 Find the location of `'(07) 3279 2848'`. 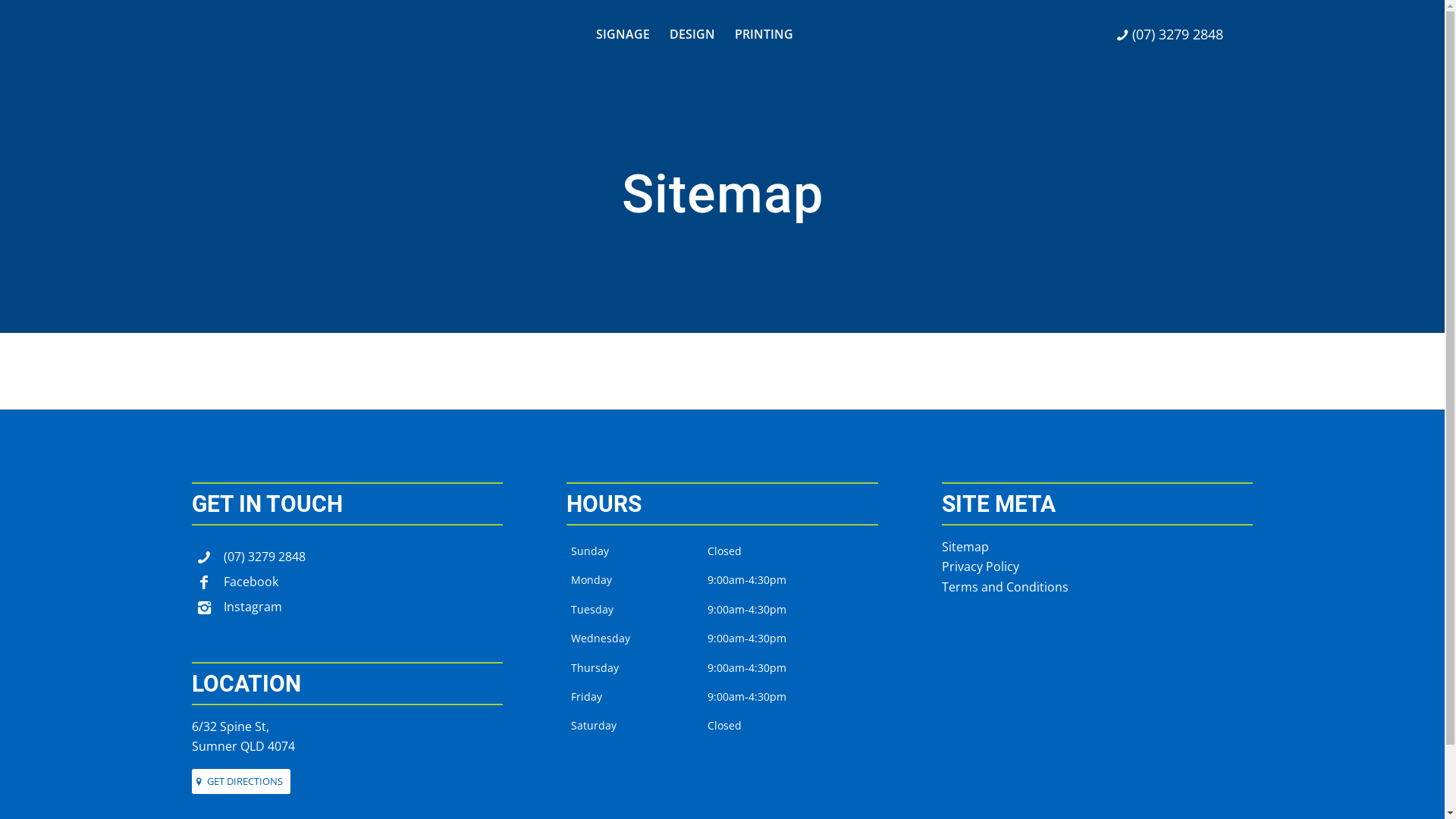

'(07) 3279 2848' is located at coordinates (221, 556).